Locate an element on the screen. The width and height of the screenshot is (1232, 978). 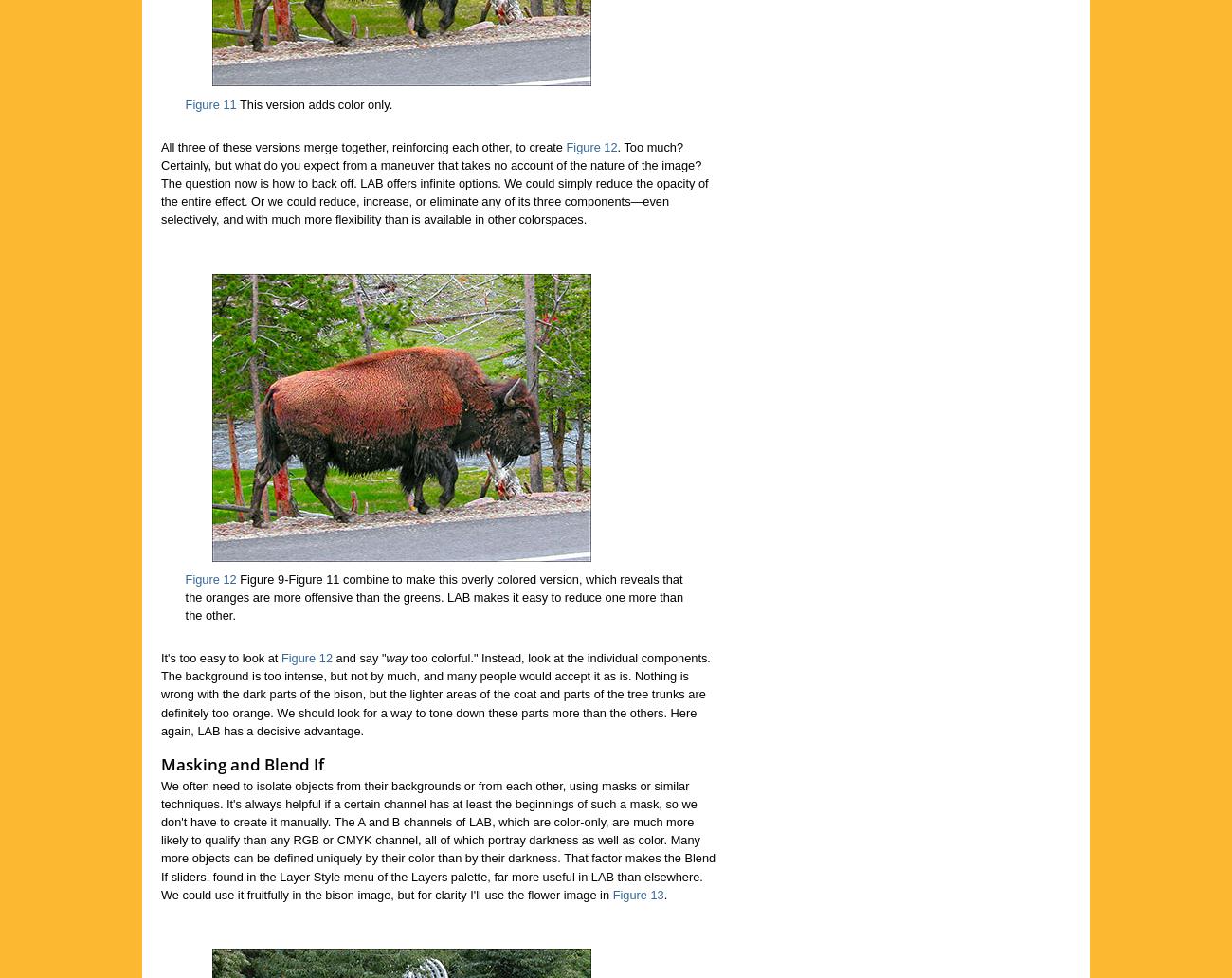
'and say "' is located at coordinates (357, 657).